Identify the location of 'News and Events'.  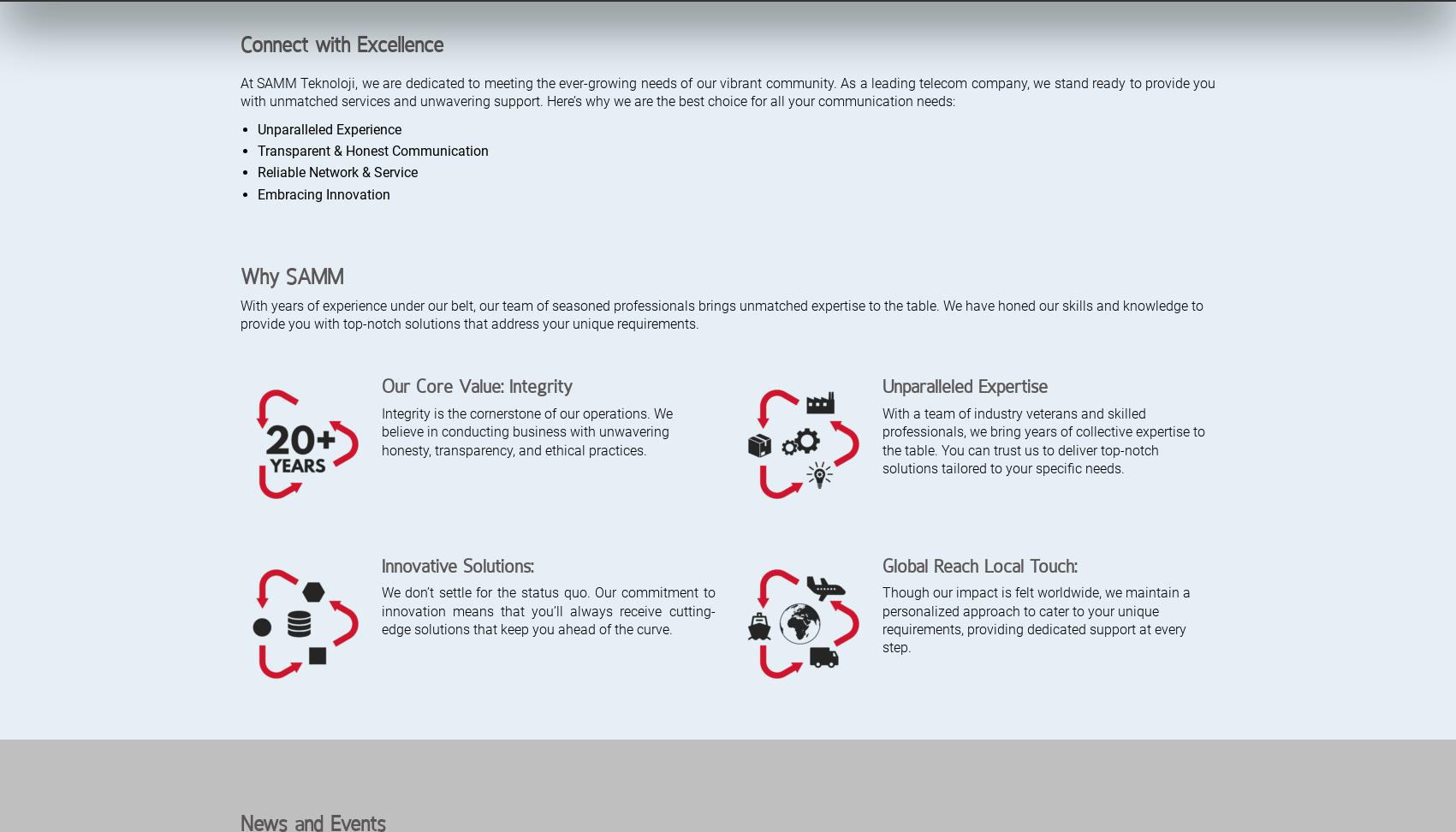
(312, 39).